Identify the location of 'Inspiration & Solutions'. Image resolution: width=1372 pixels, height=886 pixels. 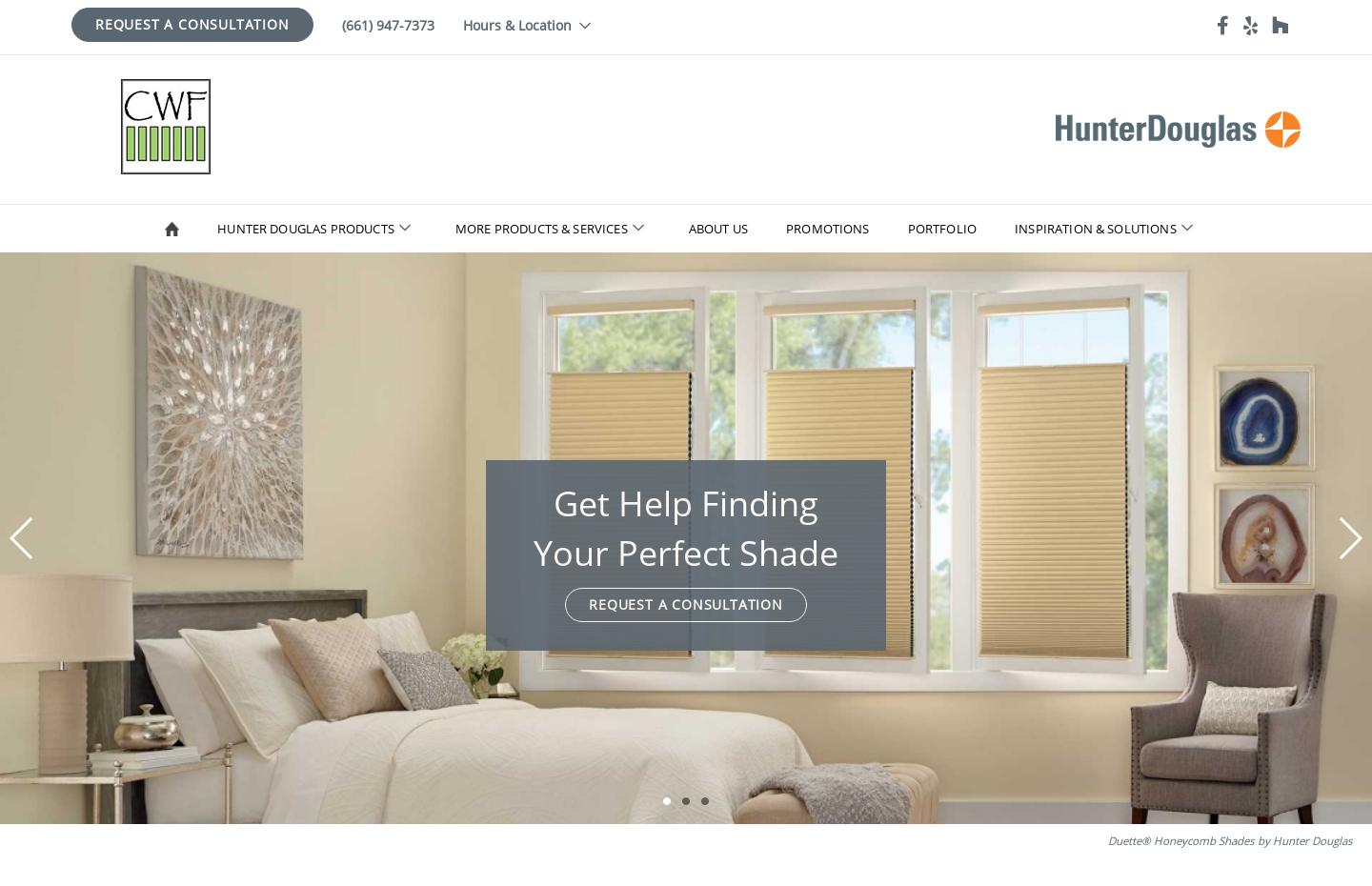
(1095, 229).